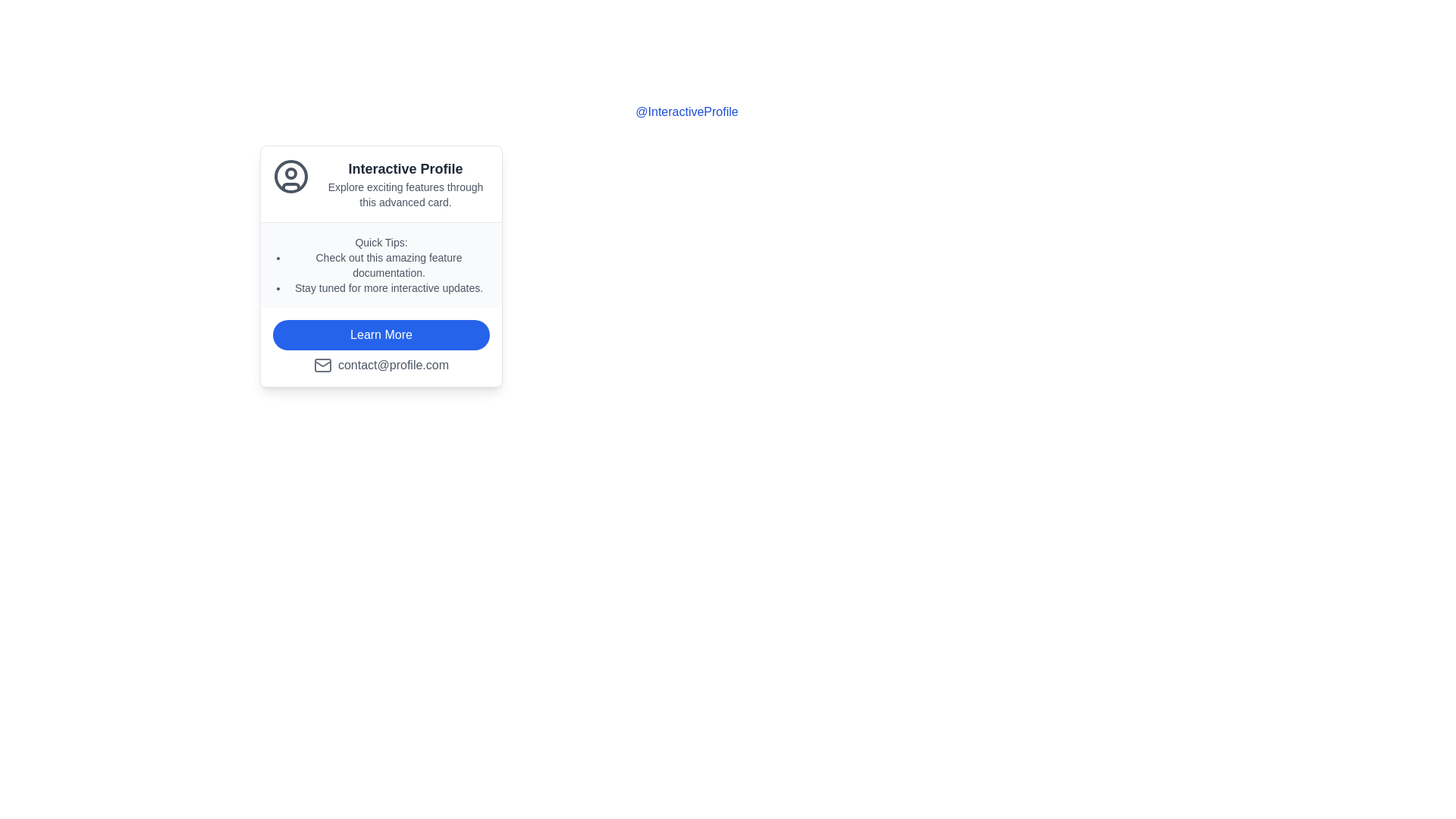 This screenshot has height=819, width=1456. Describe the element at coordinates (405, 194) in the screenshot. I see `the informative text label positioned beneath the header 'Interactive Profile' in the card-like layout` at that location.